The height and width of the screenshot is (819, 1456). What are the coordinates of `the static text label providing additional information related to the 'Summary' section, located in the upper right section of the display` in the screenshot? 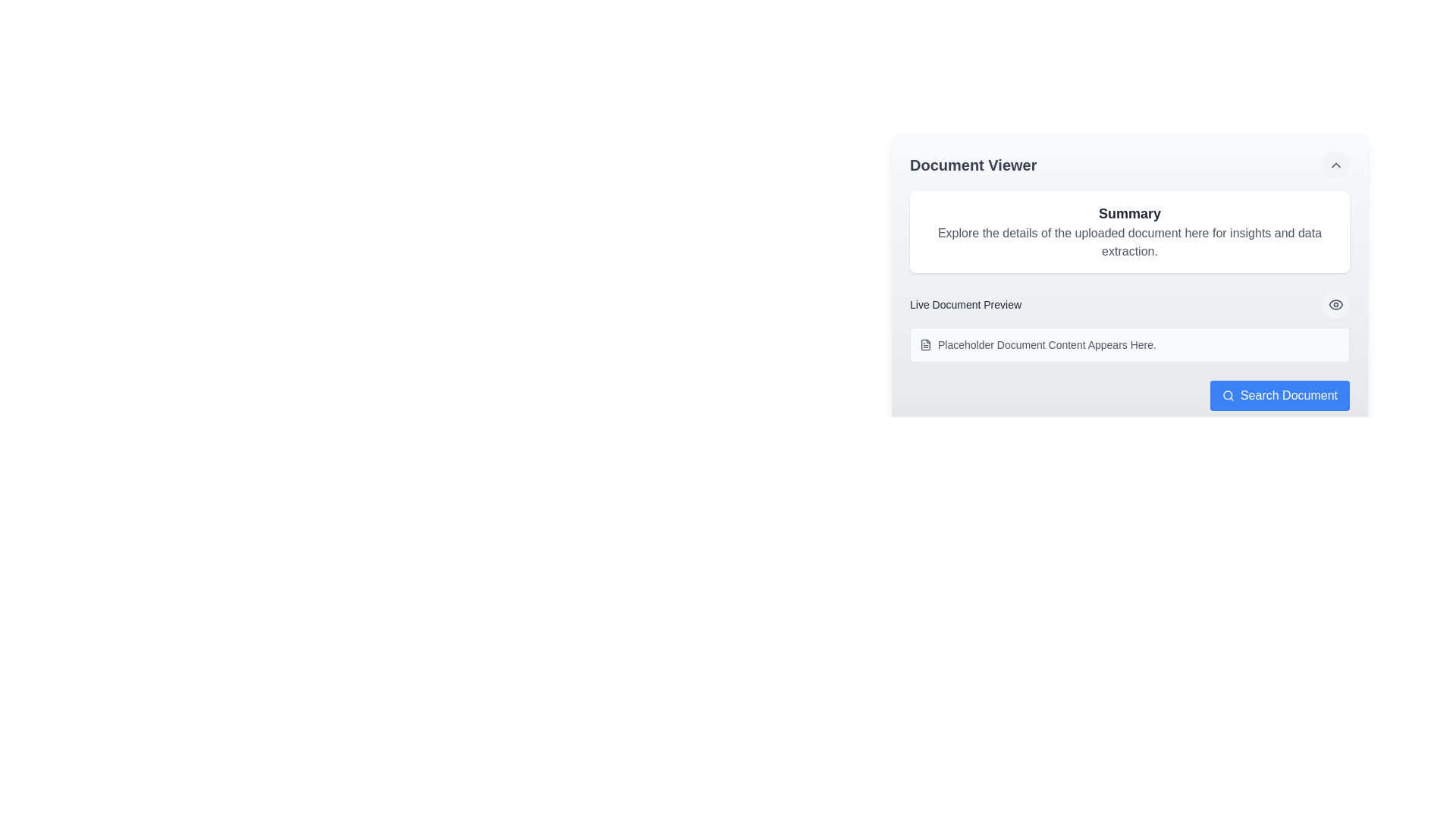 It's located at (1129, 242).